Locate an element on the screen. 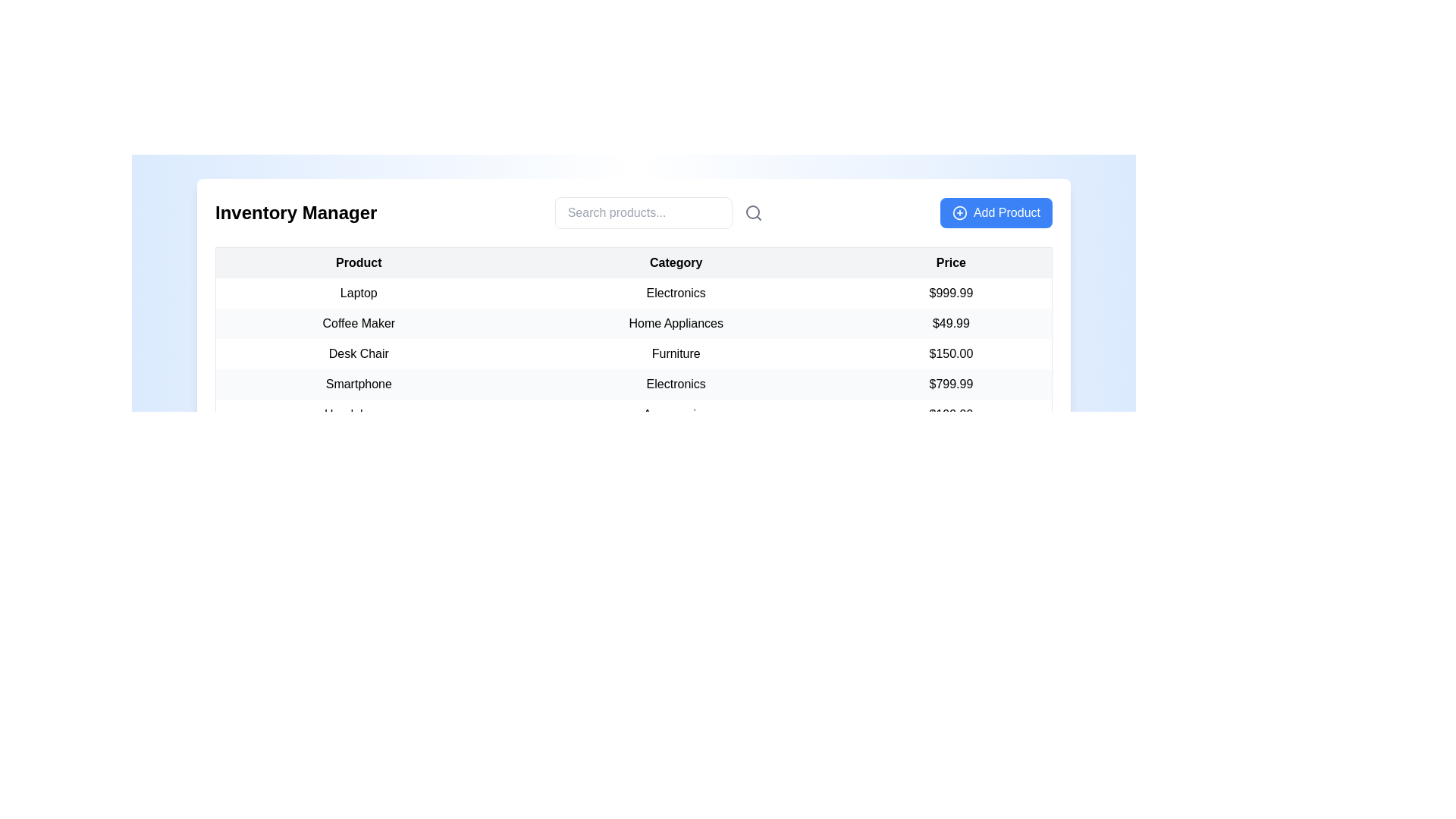 Image resolution: width=1456 pixels, height=819 pixels. the 'Electronics' text label, which is displayed in bold and centered in the 'Category' column of the table layout is located at coordinates (675, 383).